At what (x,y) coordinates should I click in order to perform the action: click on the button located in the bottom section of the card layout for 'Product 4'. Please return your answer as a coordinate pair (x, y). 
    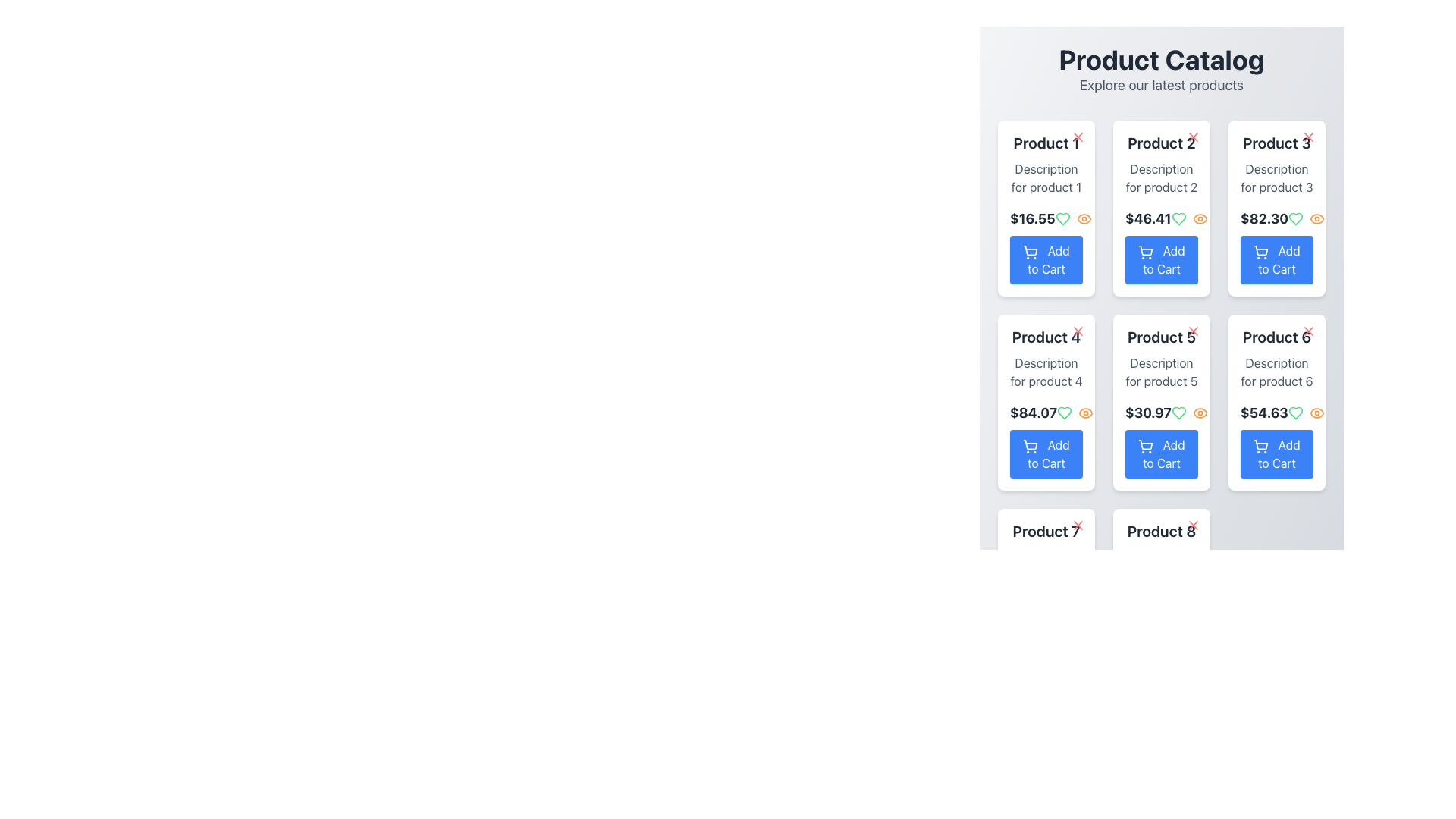
    Looking at the image, I should click on (1046, 453).